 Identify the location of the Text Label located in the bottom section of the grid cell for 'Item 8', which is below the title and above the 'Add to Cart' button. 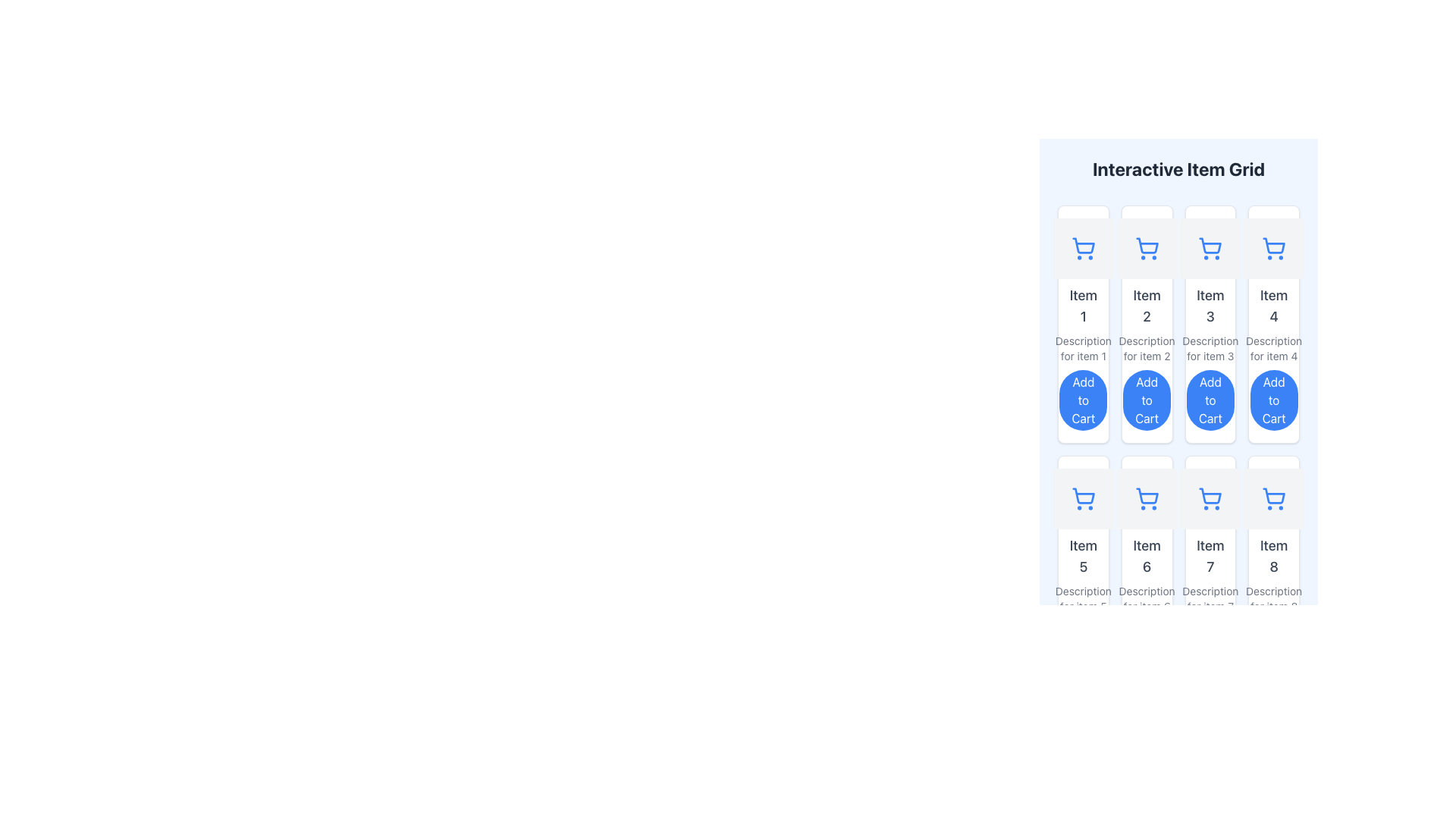
(1274, 598).